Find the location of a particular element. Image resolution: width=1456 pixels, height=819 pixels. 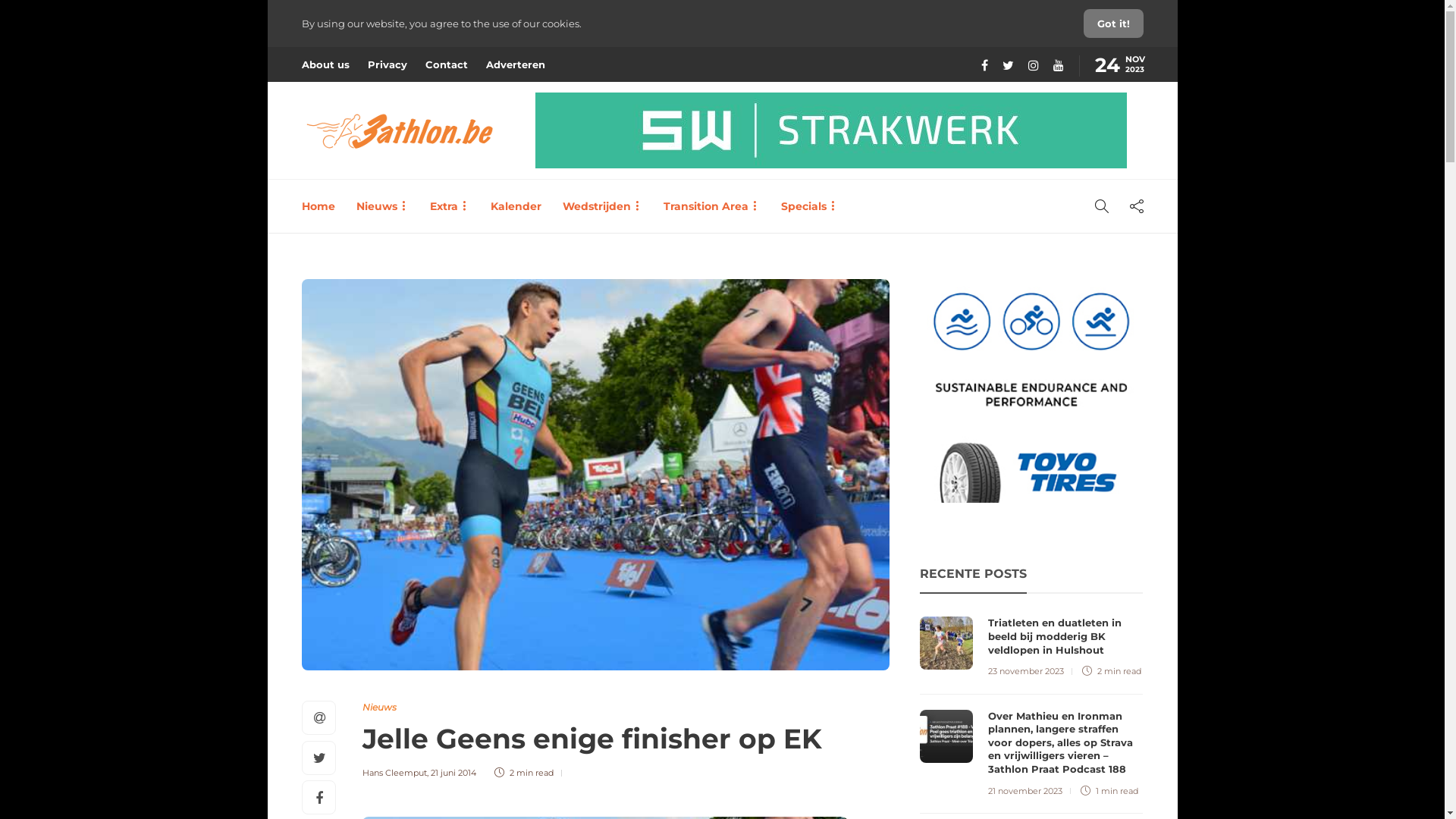

'Wedstrijden' is located at coordinates (601, 206).